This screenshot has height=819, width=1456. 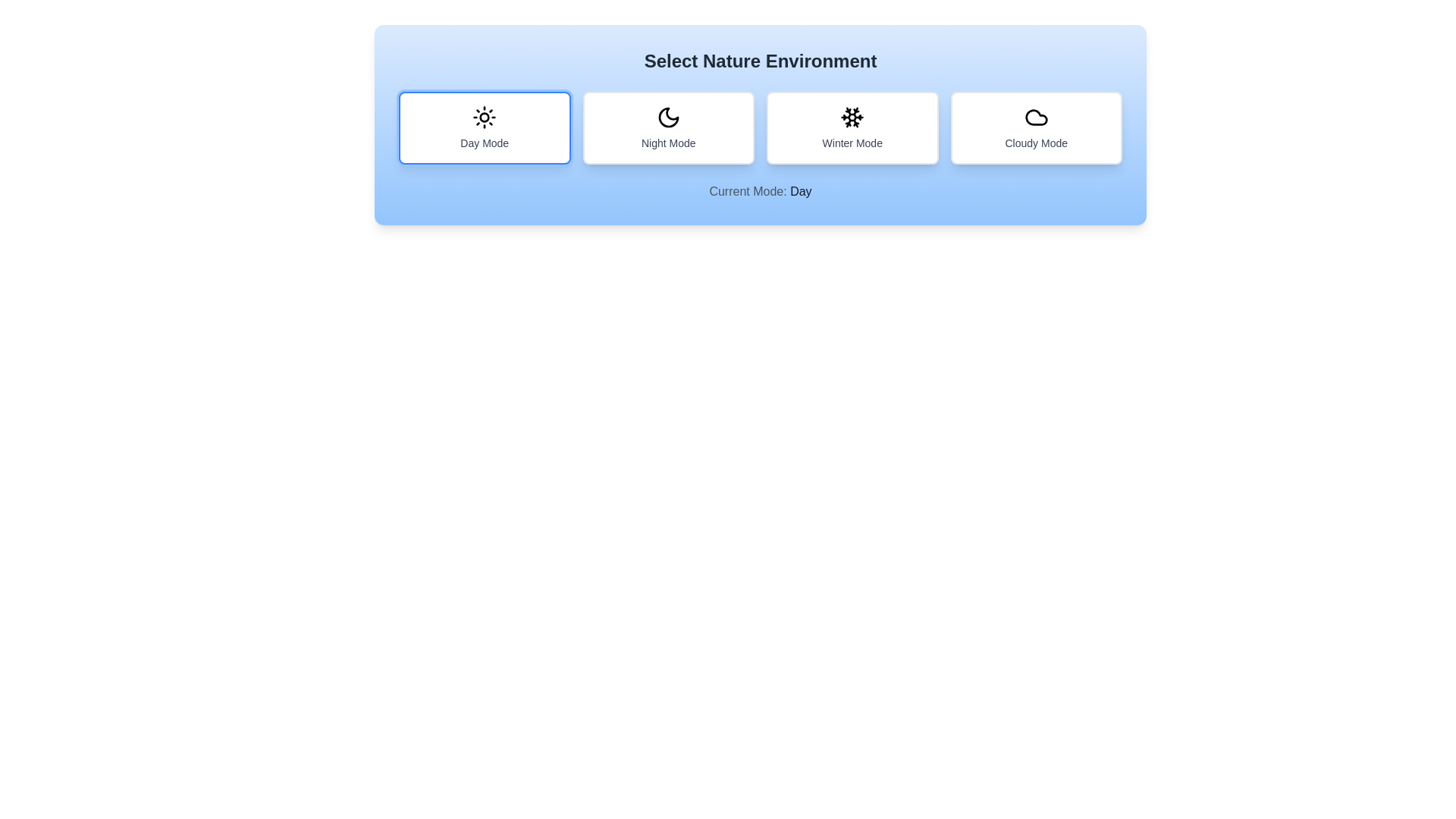 I want to click on the mode by clicking on the corresponding button for Night Mode, so click(x=667, y=127).